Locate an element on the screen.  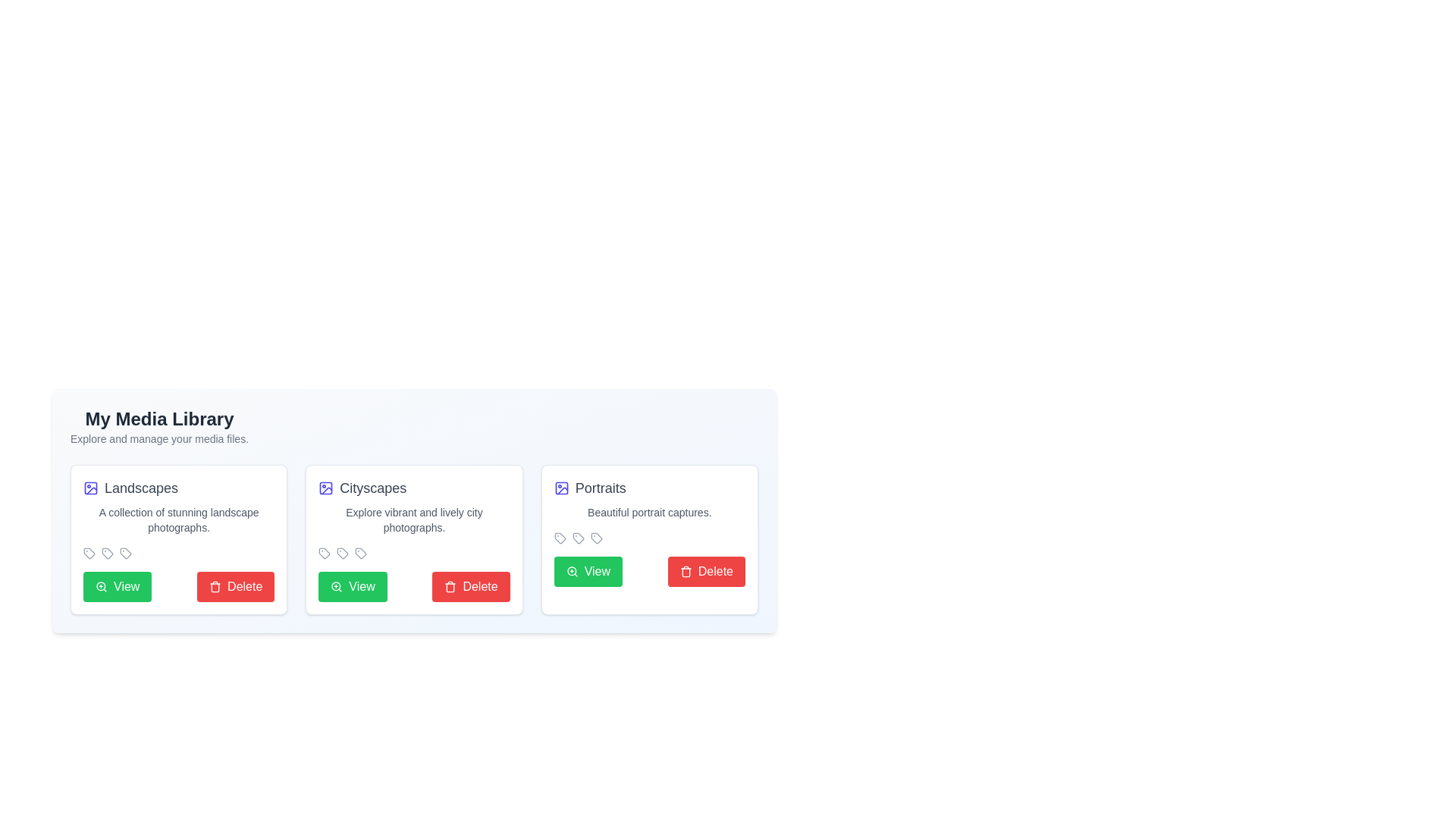
the 'View' text label which is styled in white on a green background located in the bottom-right card of a three-card layout is located at coordinates (596, 571).